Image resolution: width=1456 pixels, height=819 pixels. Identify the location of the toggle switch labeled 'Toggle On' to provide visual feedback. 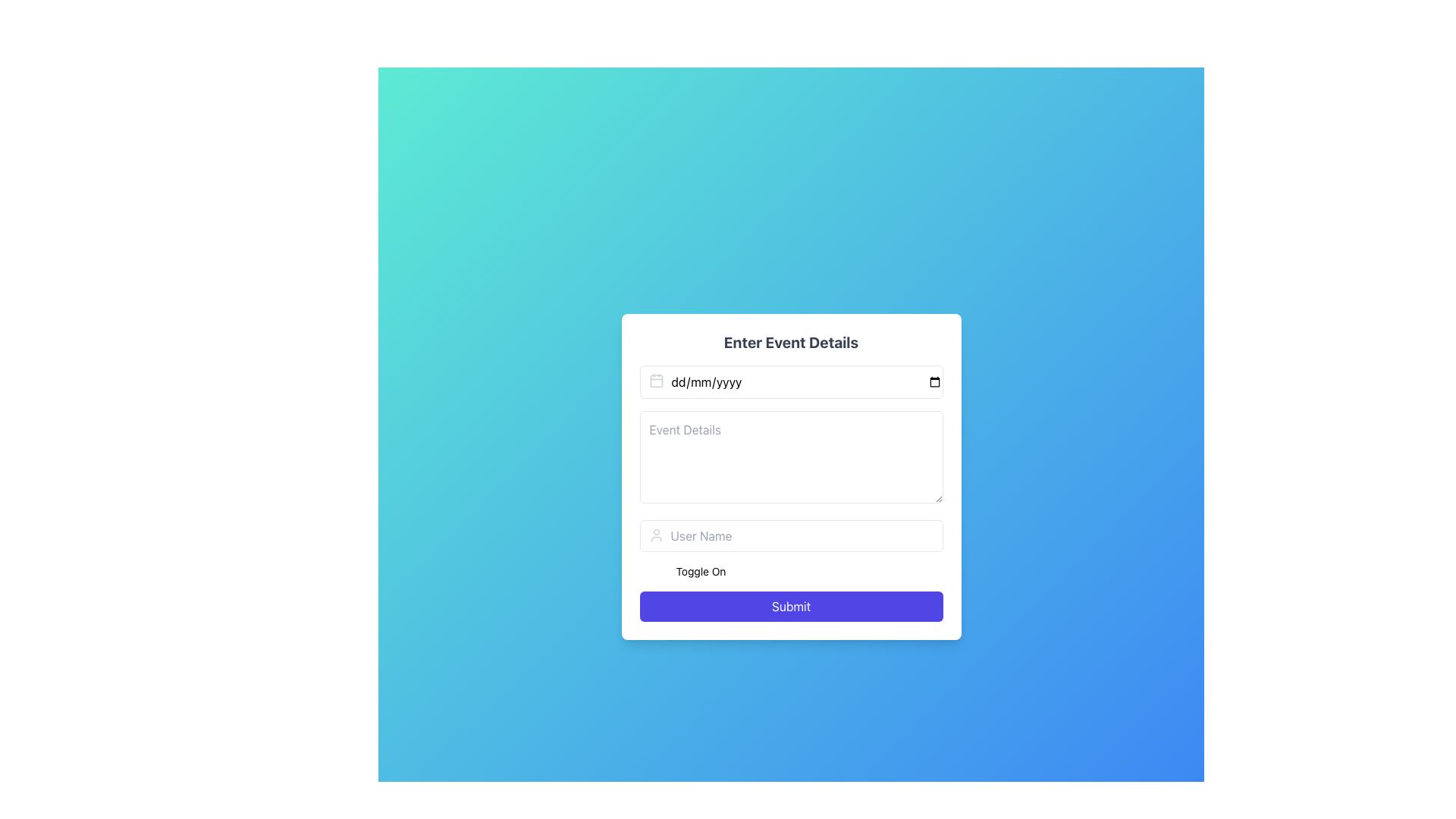
(790, 571).